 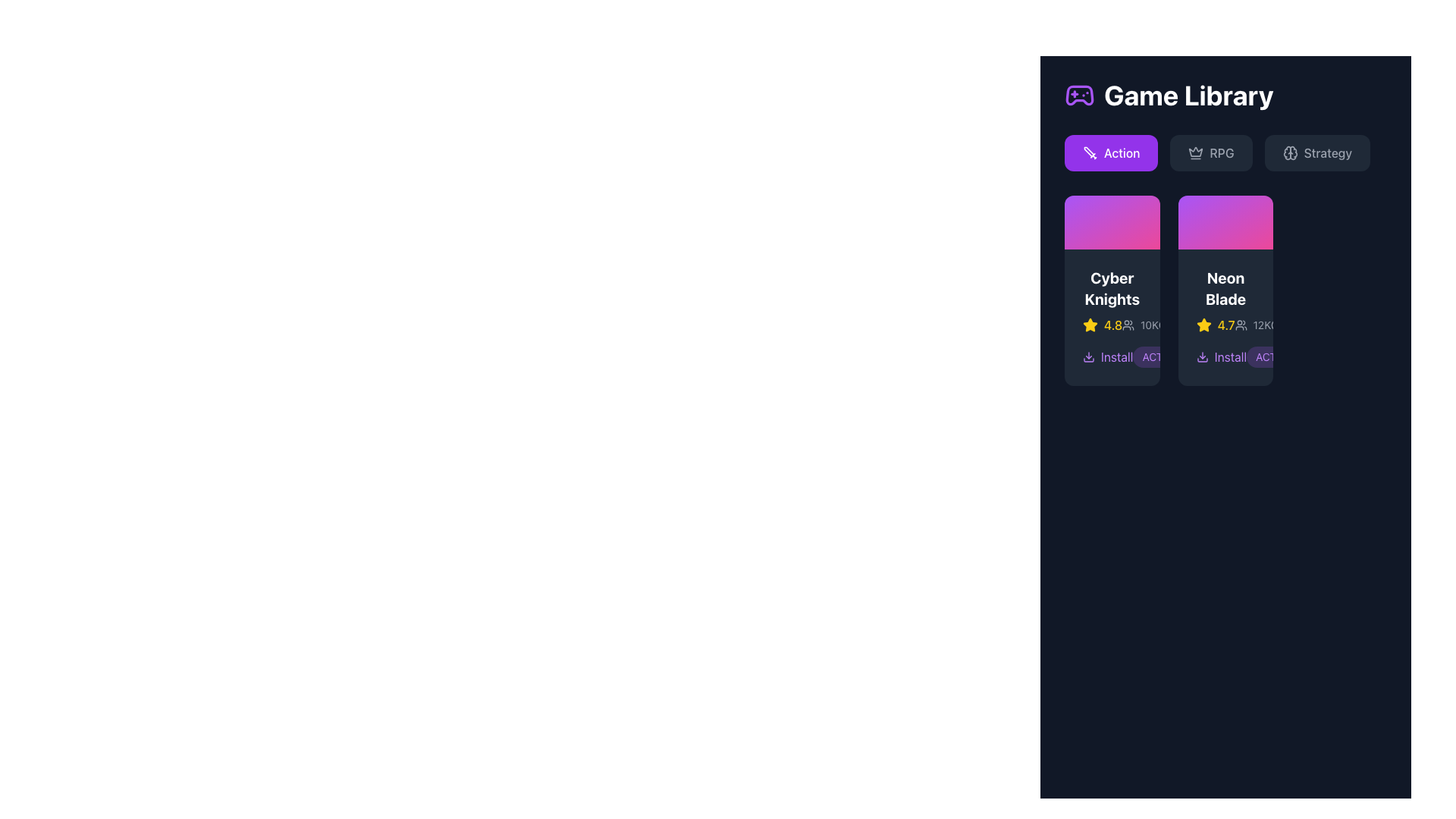 What do you see at coordinates (1112, 290) in the screenshot?
I see `the first game listing card in the 'Game Library'` at bounding box center [1112, 290].